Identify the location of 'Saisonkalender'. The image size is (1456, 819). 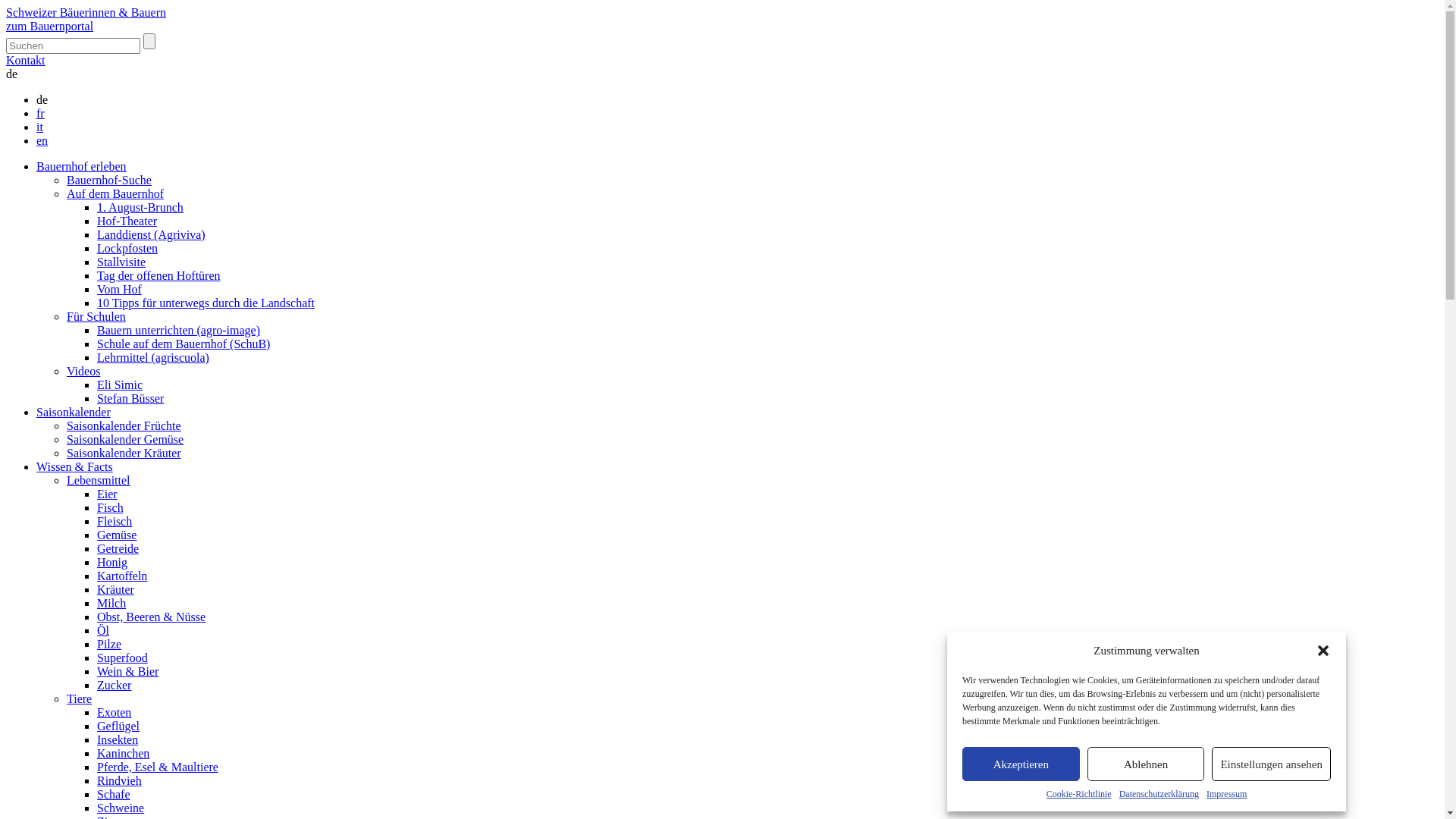
(72, 412).